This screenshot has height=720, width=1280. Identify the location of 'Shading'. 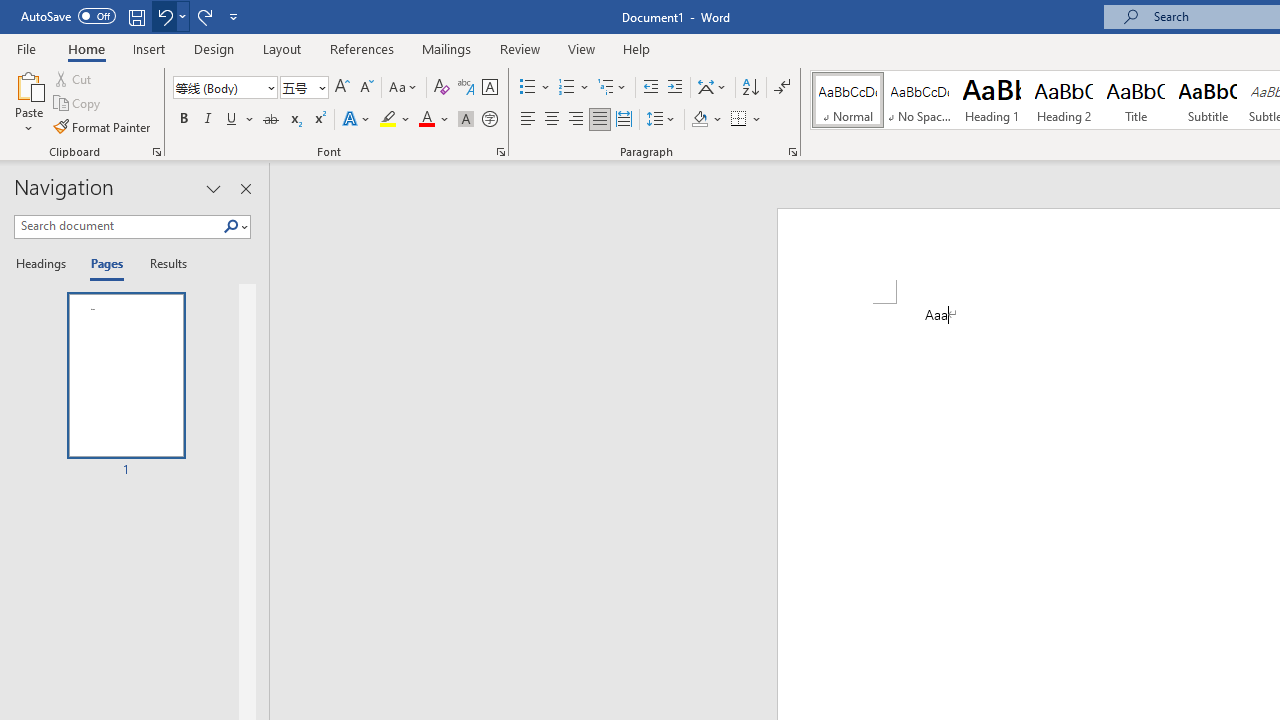
(707, 119).